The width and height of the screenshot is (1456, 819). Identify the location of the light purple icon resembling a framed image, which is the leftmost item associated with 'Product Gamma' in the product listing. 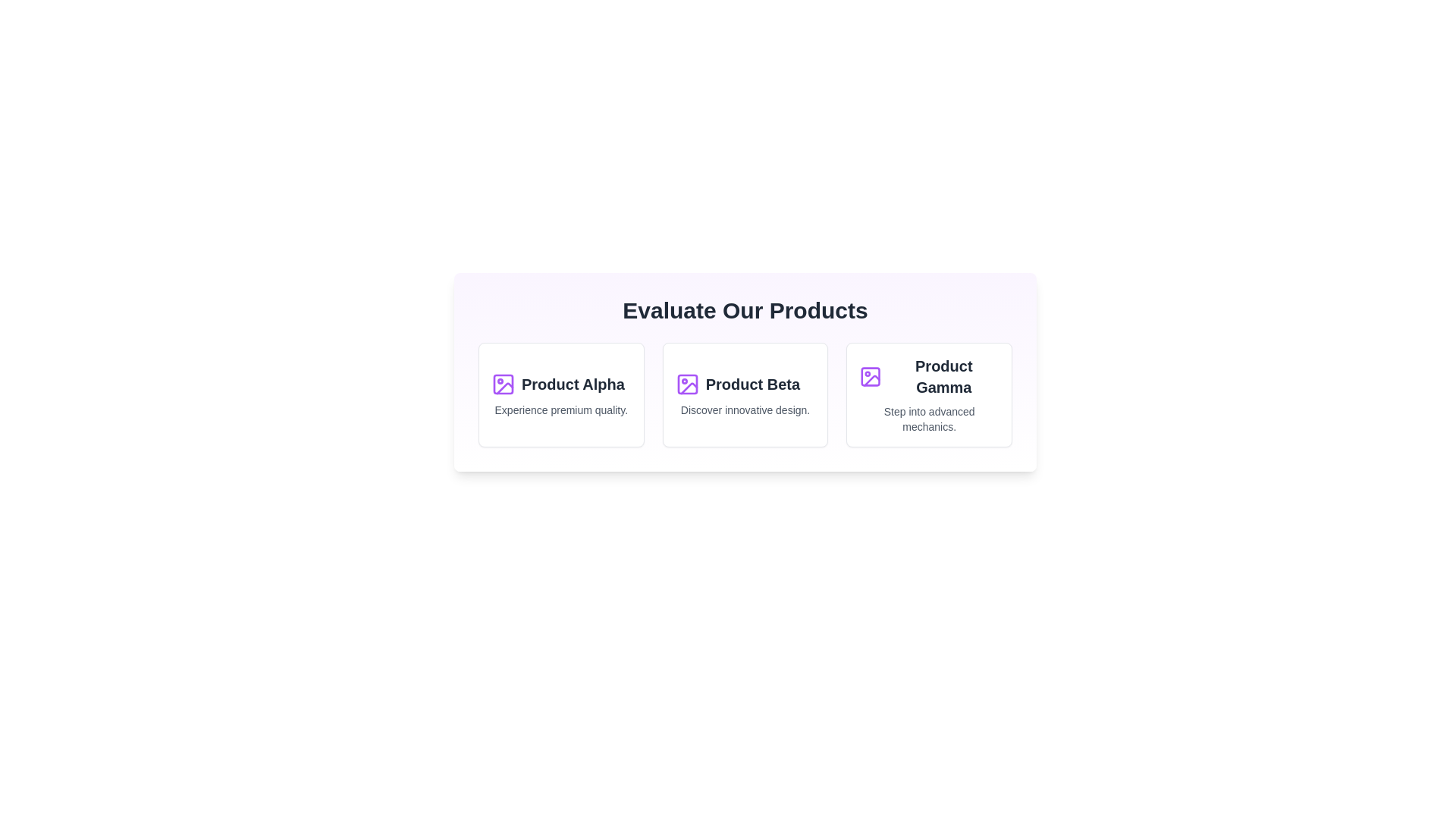
(871, 376).